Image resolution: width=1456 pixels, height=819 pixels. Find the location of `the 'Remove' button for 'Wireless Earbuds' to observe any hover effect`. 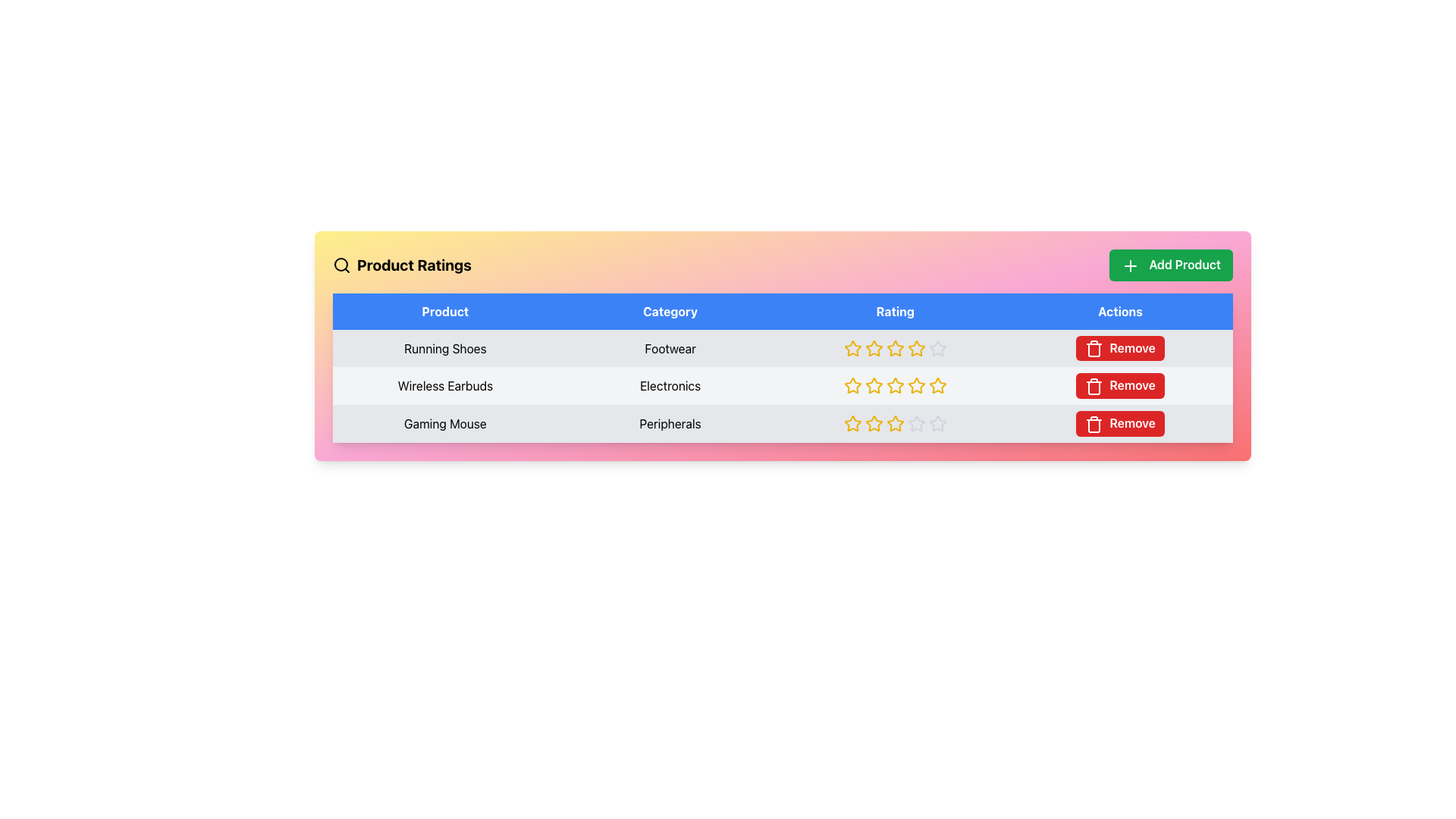

the 'Remove' button for 'Wireless Earbuds' to observe any hover effect is located at coordinates (1120, 348).